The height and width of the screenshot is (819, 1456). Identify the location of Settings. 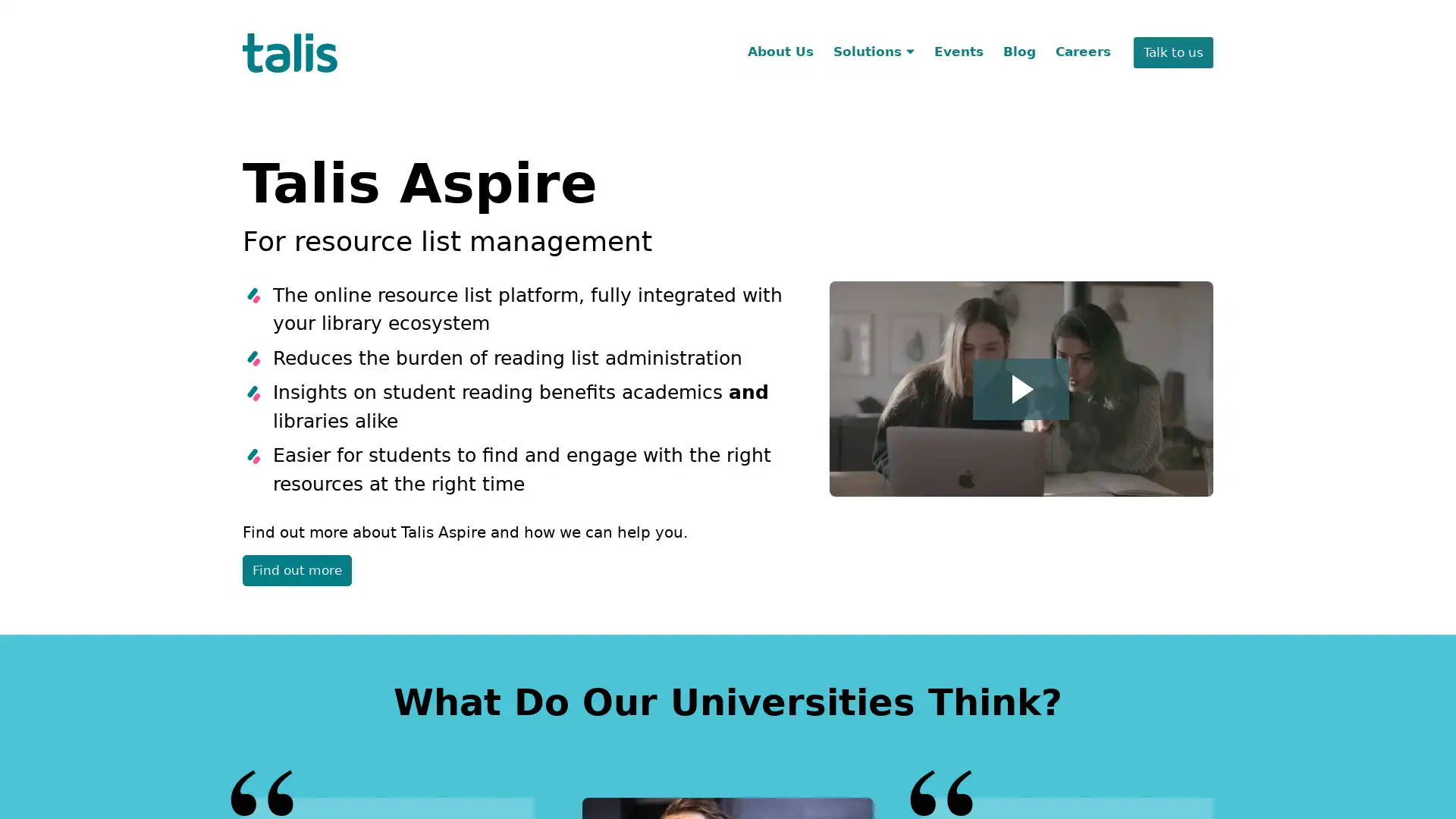
(1210, 28).